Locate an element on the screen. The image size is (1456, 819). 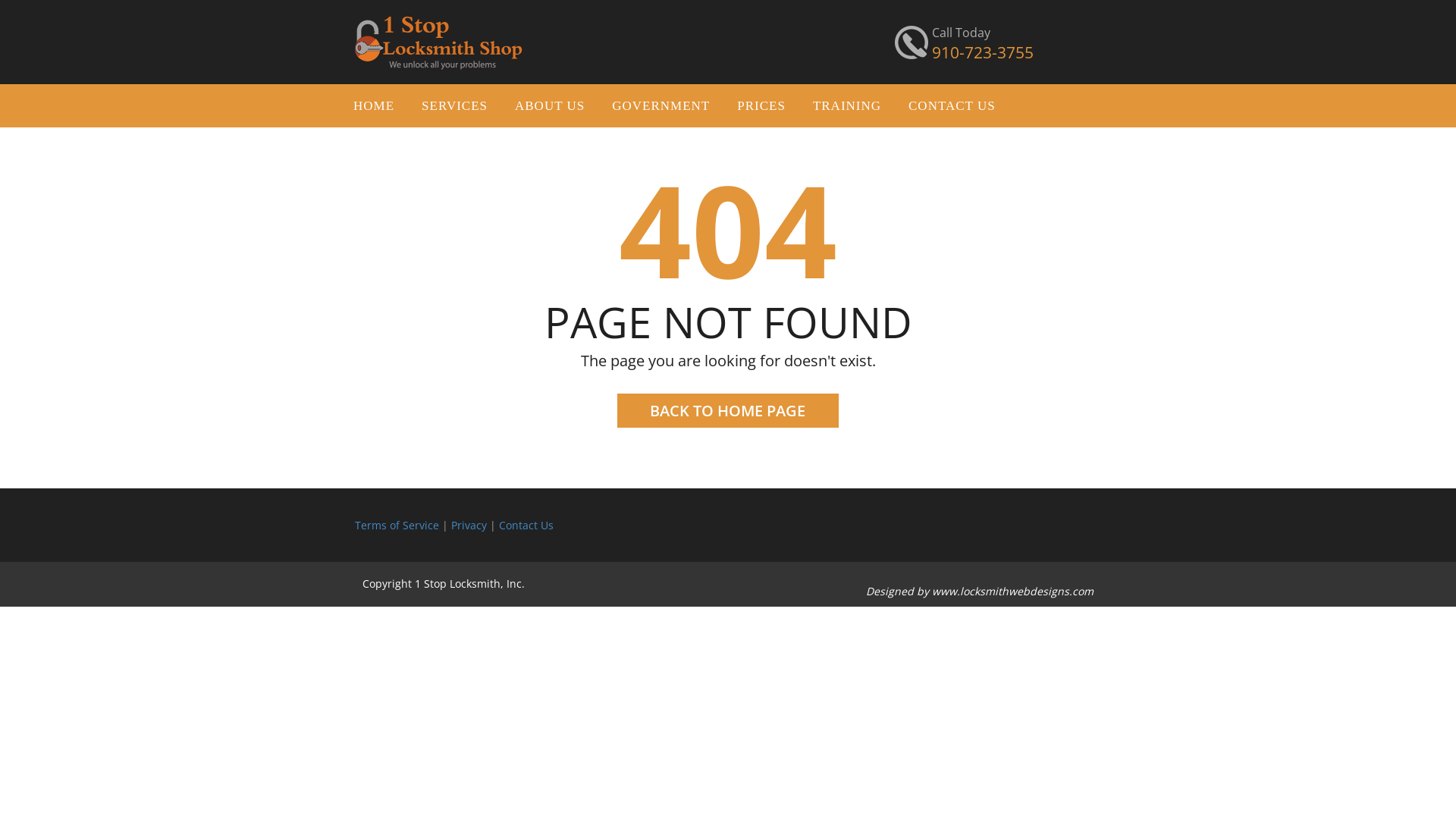
'SERVICES' is located at coordinates (453, 105).